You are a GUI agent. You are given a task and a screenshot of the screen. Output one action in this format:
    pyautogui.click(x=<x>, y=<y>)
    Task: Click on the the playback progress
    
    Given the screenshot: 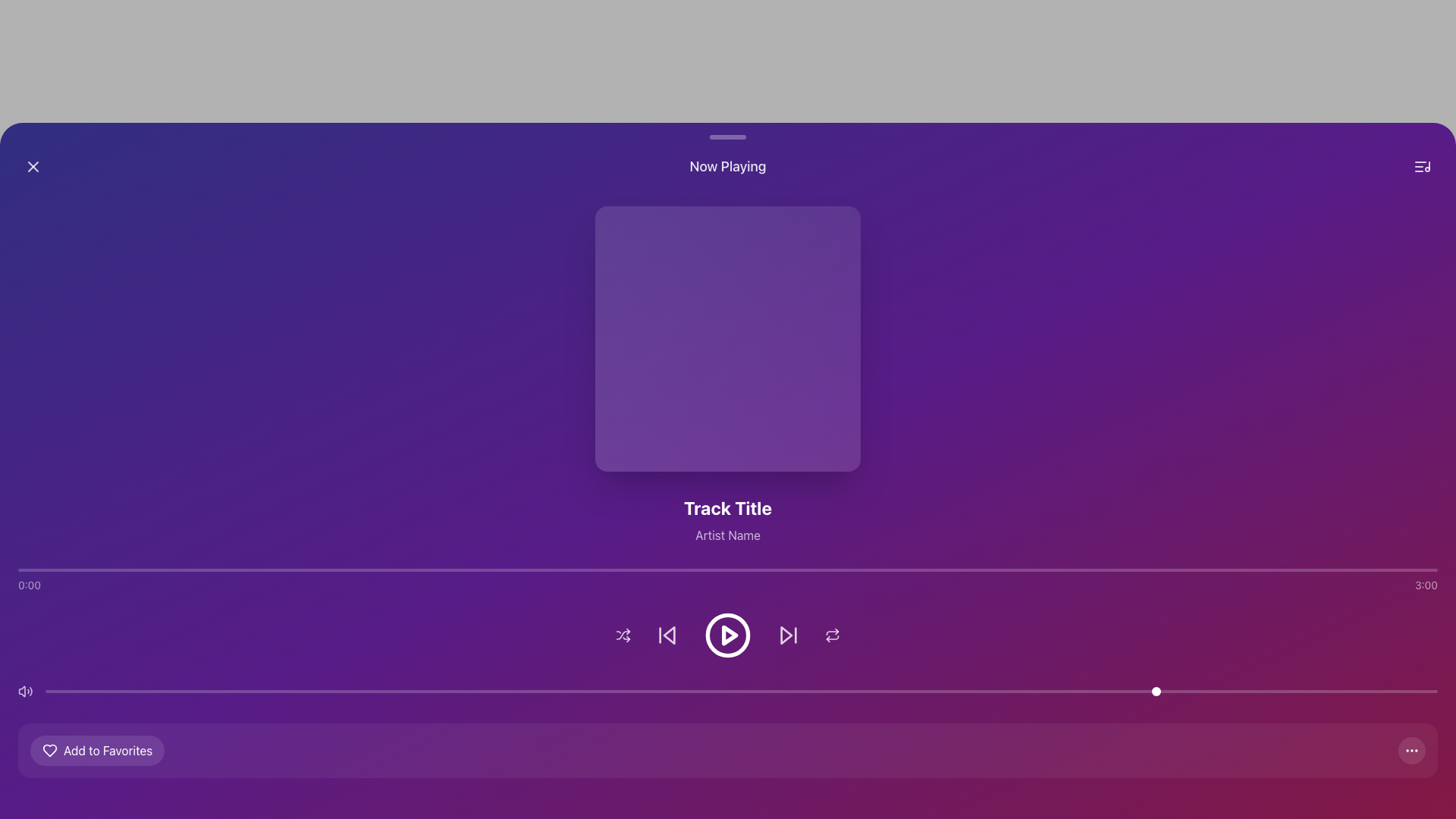 What is the action you would take?
    pyautogui.click(x=1125, y=570)
    